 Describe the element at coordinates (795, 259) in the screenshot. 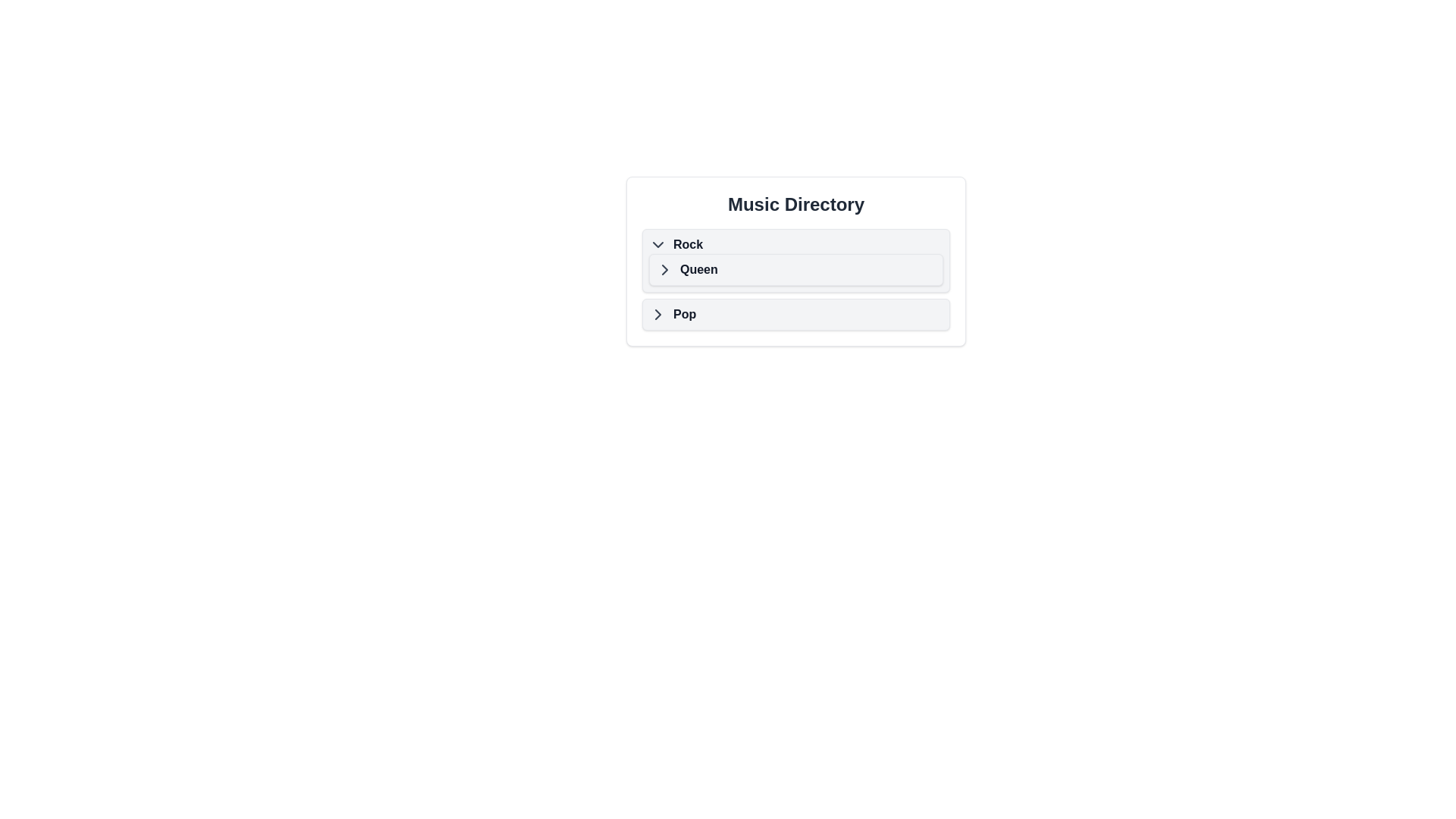

I see `the list item labeled 'Queen' which is the second item under the 'Rock' category for keyboard navigation` at that location.